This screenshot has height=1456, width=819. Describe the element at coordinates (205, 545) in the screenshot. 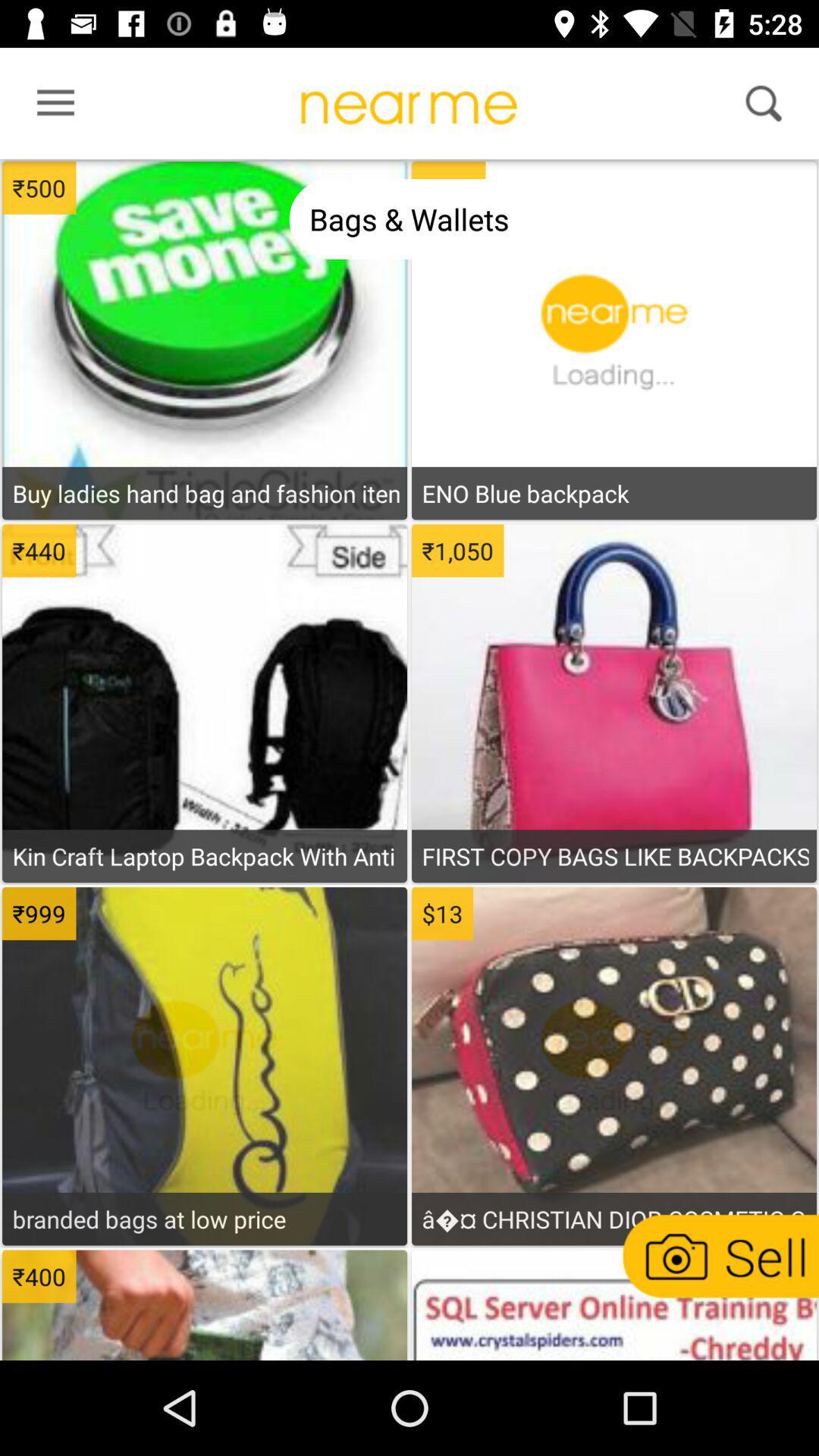

I see `open buy menu` at that location.